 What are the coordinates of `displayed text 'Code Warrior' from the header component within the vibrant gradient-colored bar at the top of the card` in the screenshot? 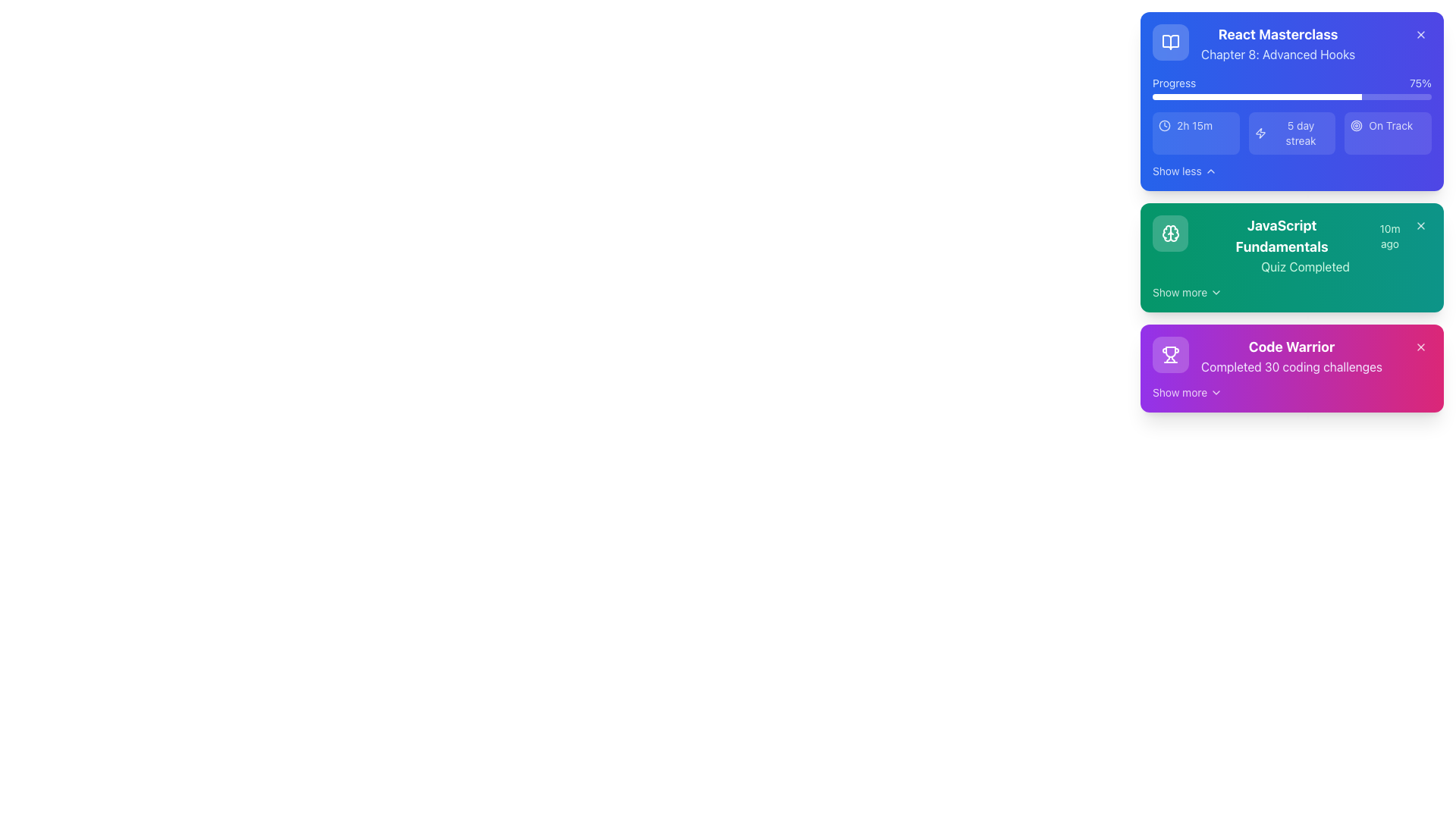 It's located at (1291, 347).